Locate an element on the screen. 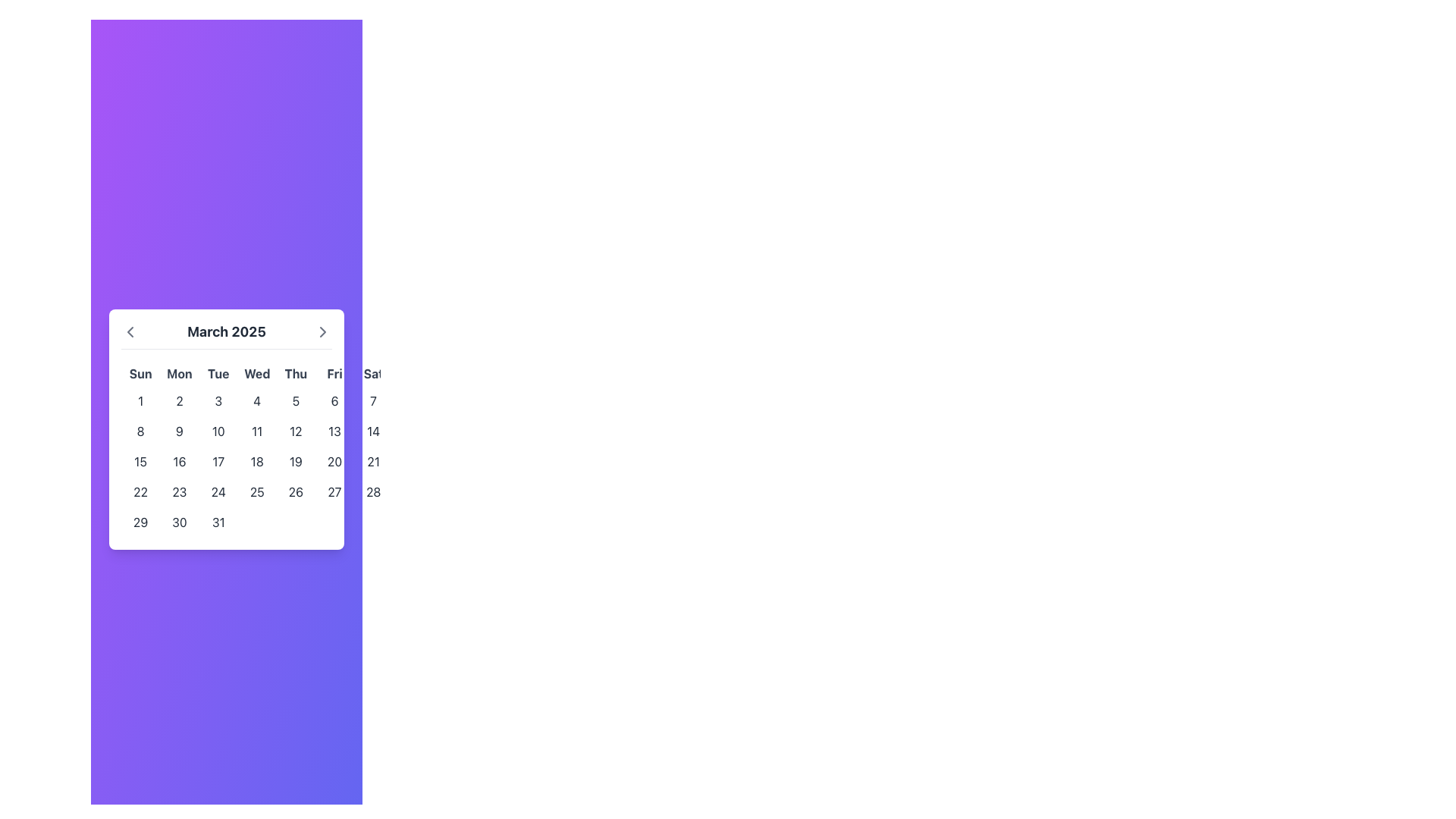 Image resolution: width=1456 pixels, height=819 pixels. the selectable day number '5' in the calendar interface is located at coordinates (296, 400).